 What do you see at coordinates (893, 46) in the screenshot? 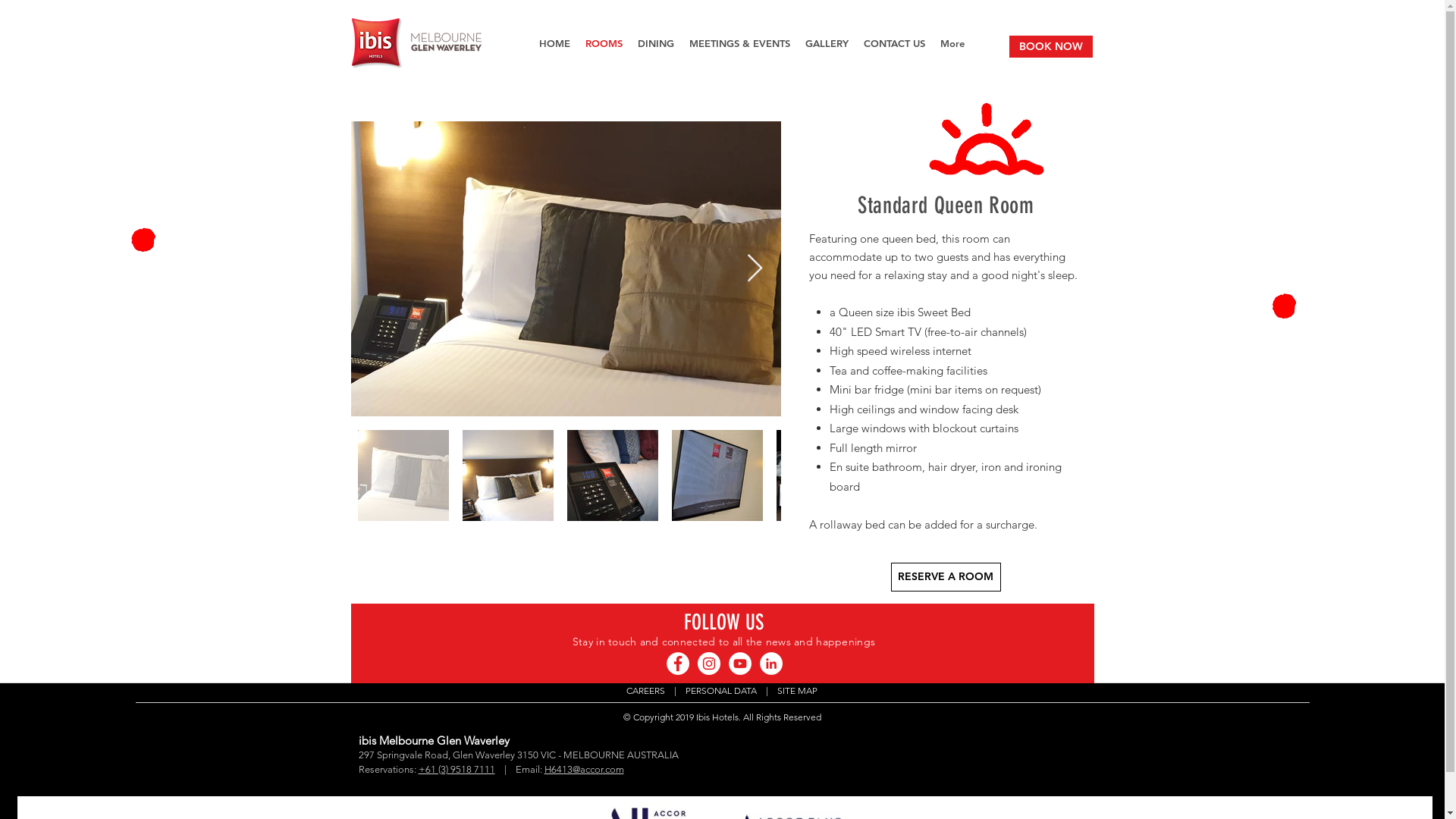
I see `'CONTACT US'` at bounding box center [893, 46].